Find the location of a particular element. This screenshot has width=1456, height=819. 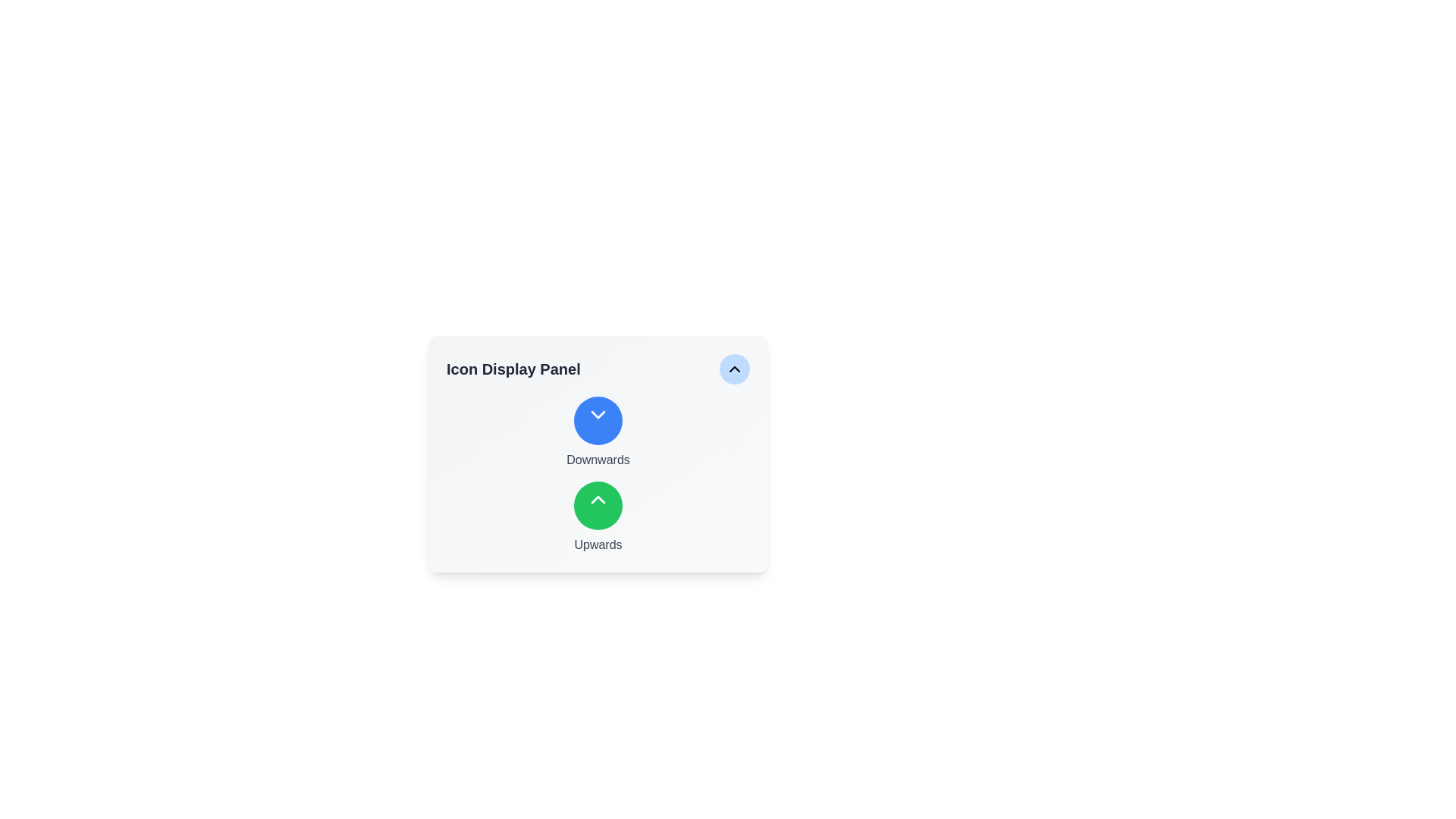

the descriptive text label located directly below the green circular icon with an upwards arrow is located at coordinates (597, 544).